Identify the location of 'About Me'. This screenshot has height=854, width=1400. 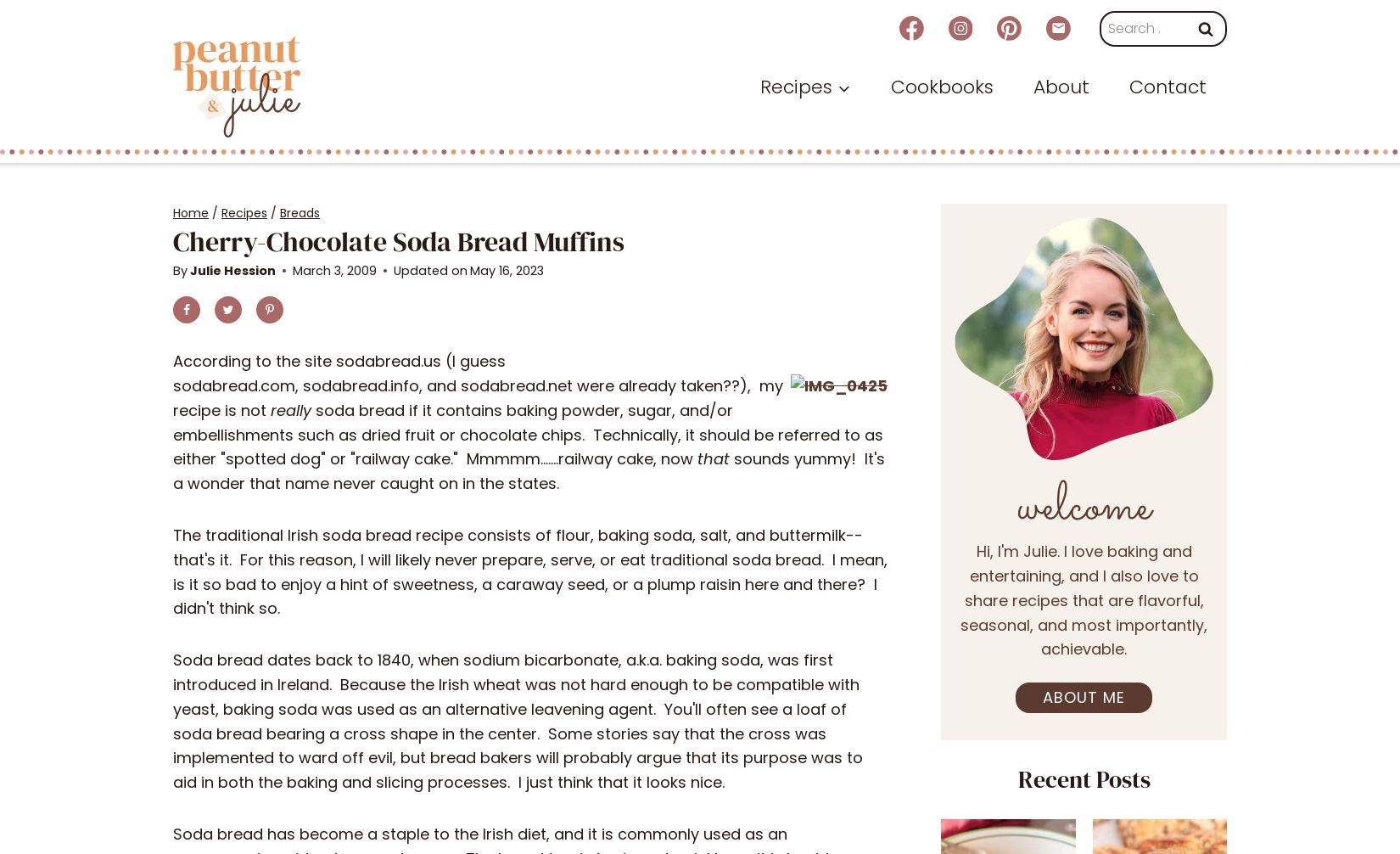
(1083, 696).